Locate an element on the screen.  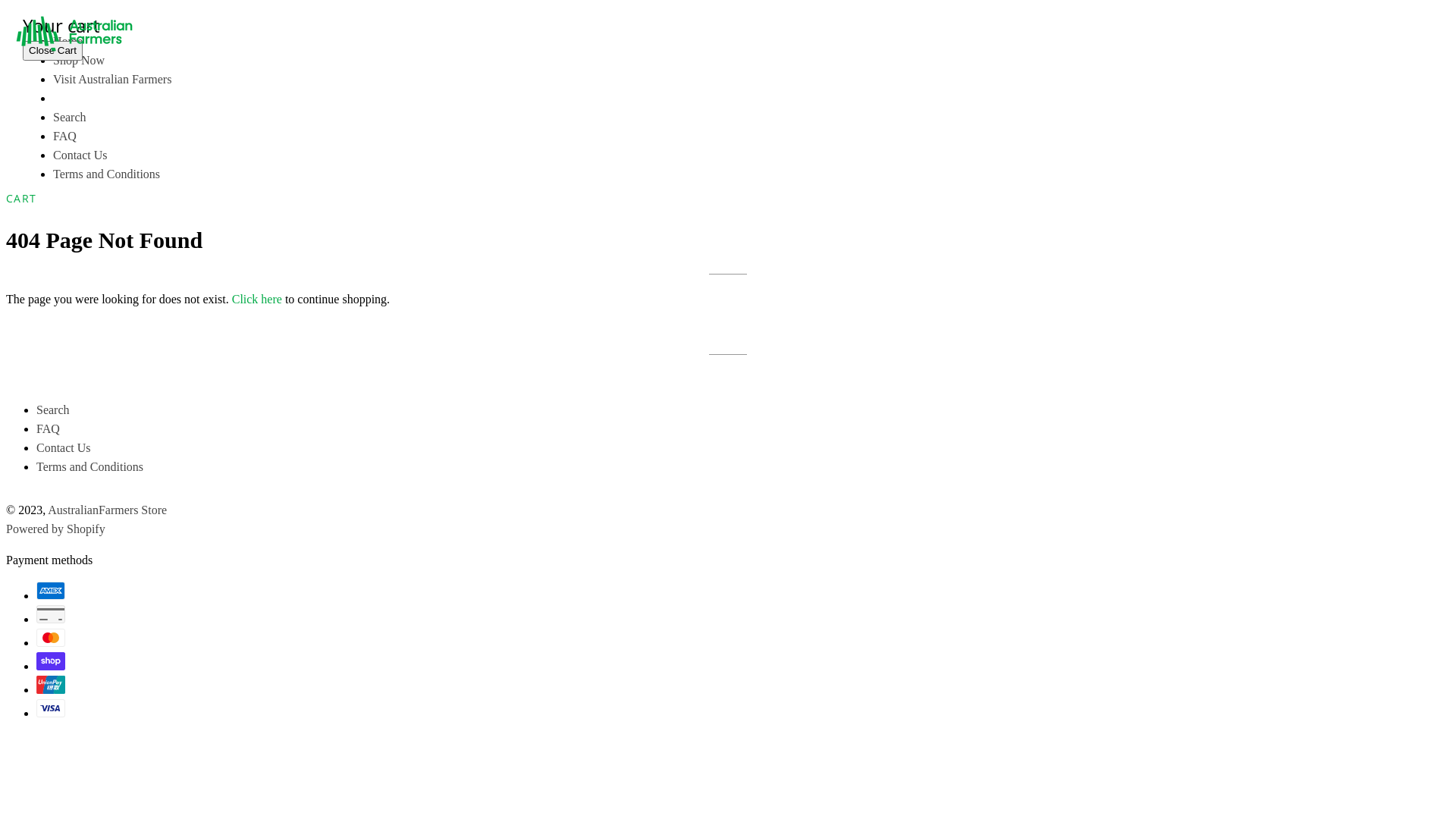
'Visit Australian Farmers' is located at coordinates (111, 79).